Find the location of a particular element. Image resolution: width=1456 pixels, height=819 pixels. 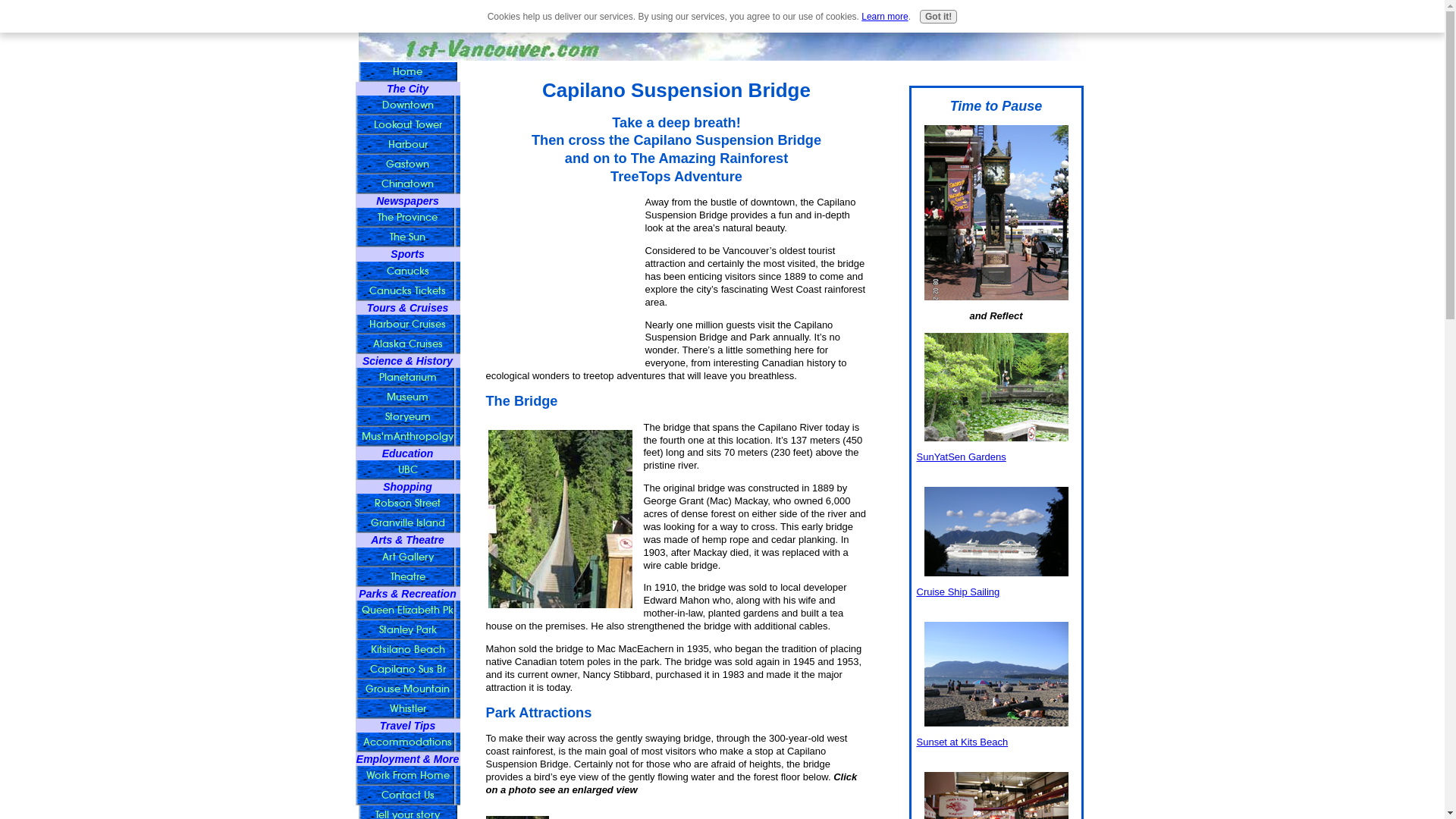

'Work From Home' is located at coordinates (407, 775).